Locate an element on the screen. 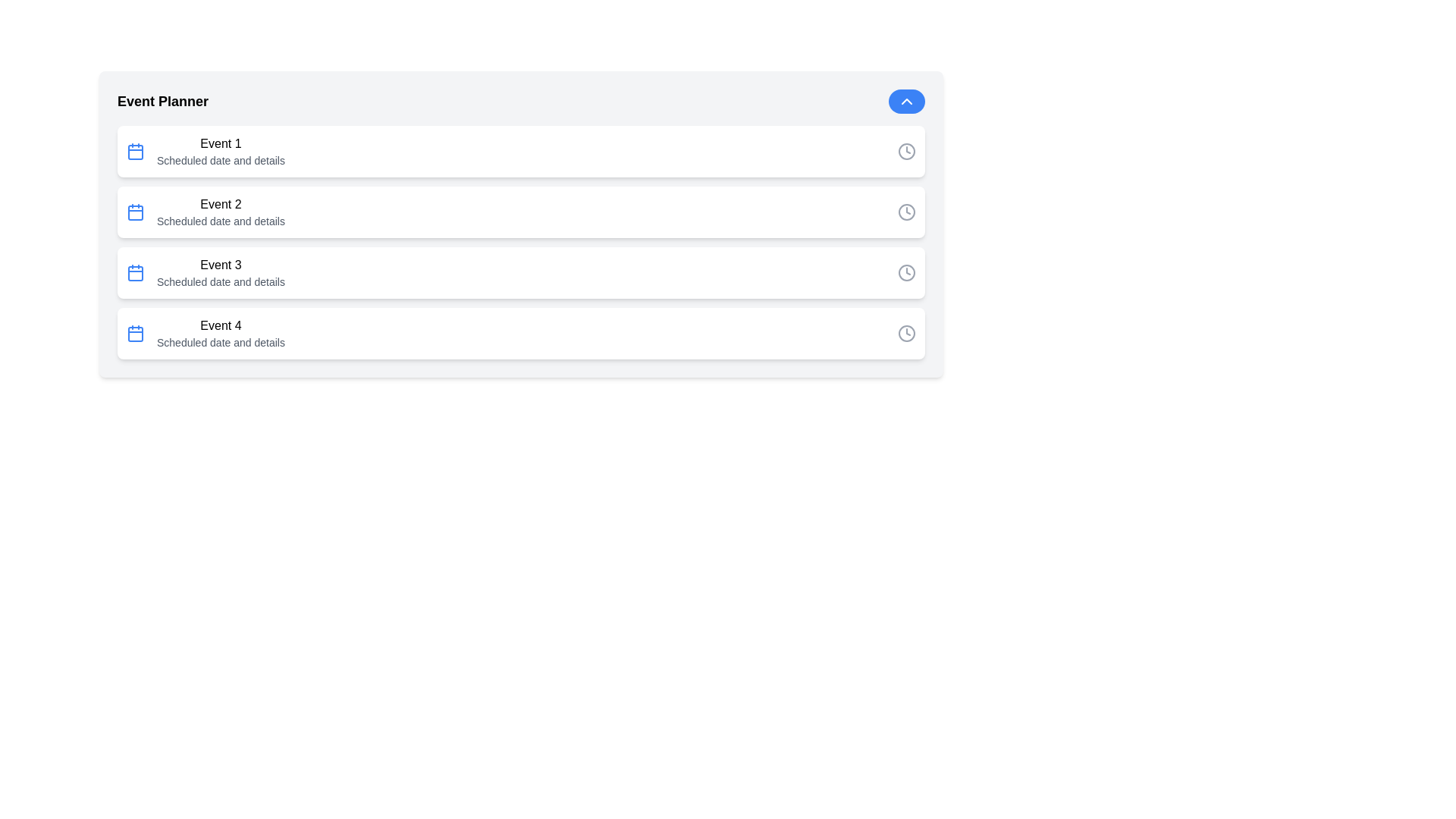 This screenshot has width=1456, height=819. the visual style of the Icon Decoration, which is a rectangular area with rounded corners, part of the calendar icon layout preceding the text description of 'Event 2' is located at coordinates (135, 213).